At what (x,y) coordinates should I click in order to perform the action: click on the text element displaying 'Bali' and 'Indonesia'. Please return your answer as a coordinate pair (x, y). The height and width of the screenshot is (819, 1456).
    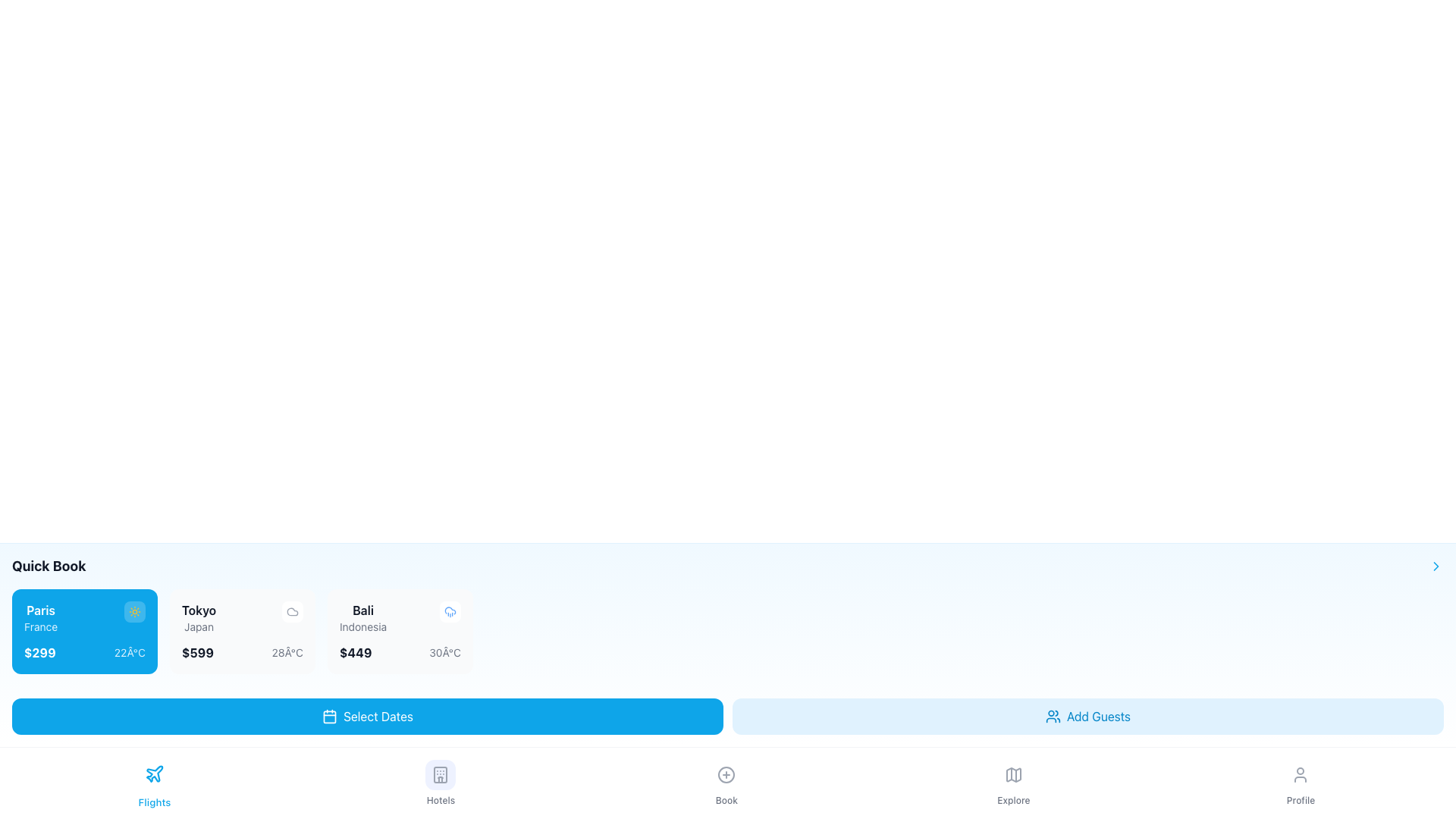
    Looking at the image, I should click on (362, 617).